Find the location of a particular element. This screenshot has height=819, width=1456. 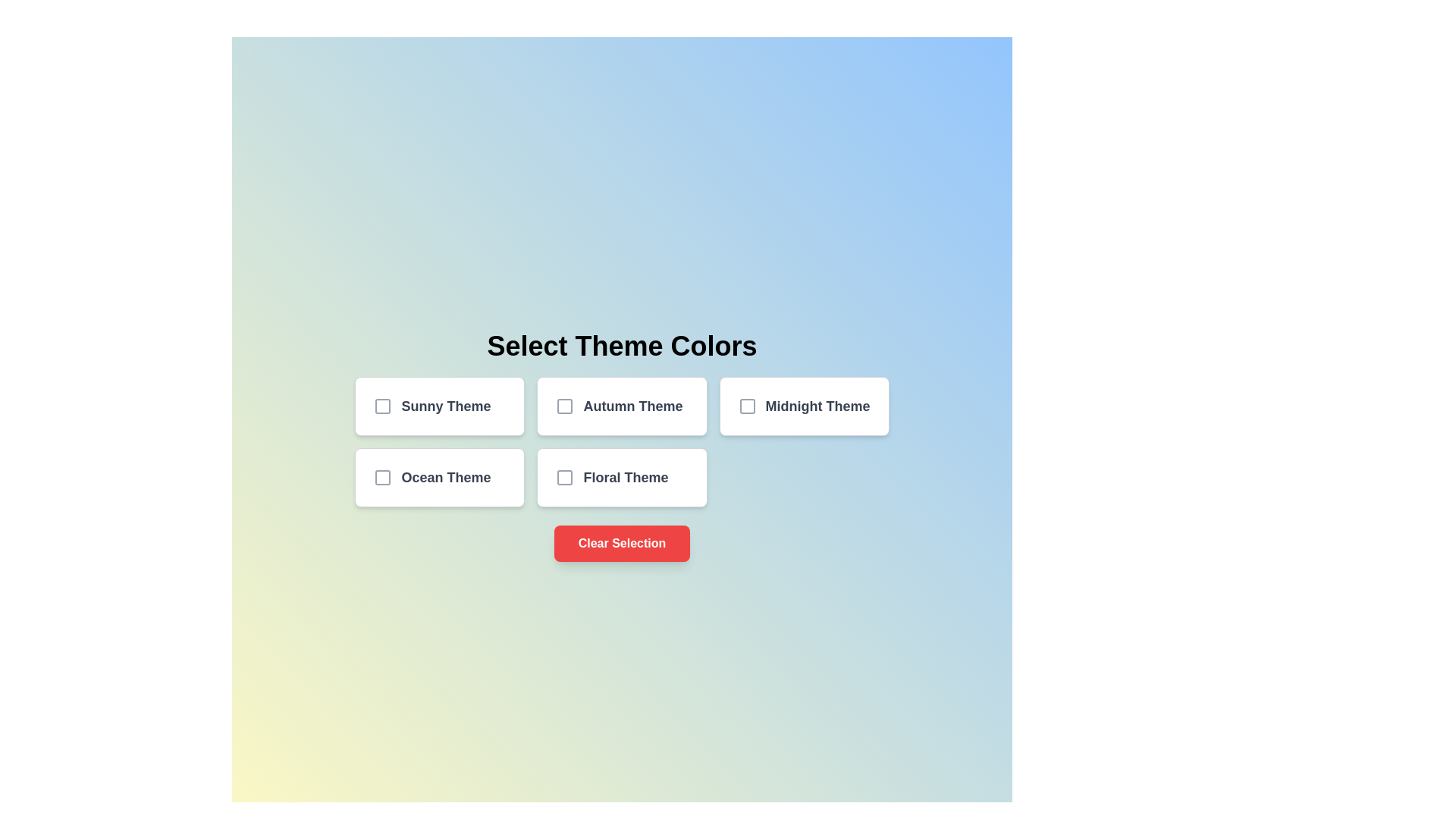

the card corresponding to the Midnight theme is located at coordinates (803, 406).